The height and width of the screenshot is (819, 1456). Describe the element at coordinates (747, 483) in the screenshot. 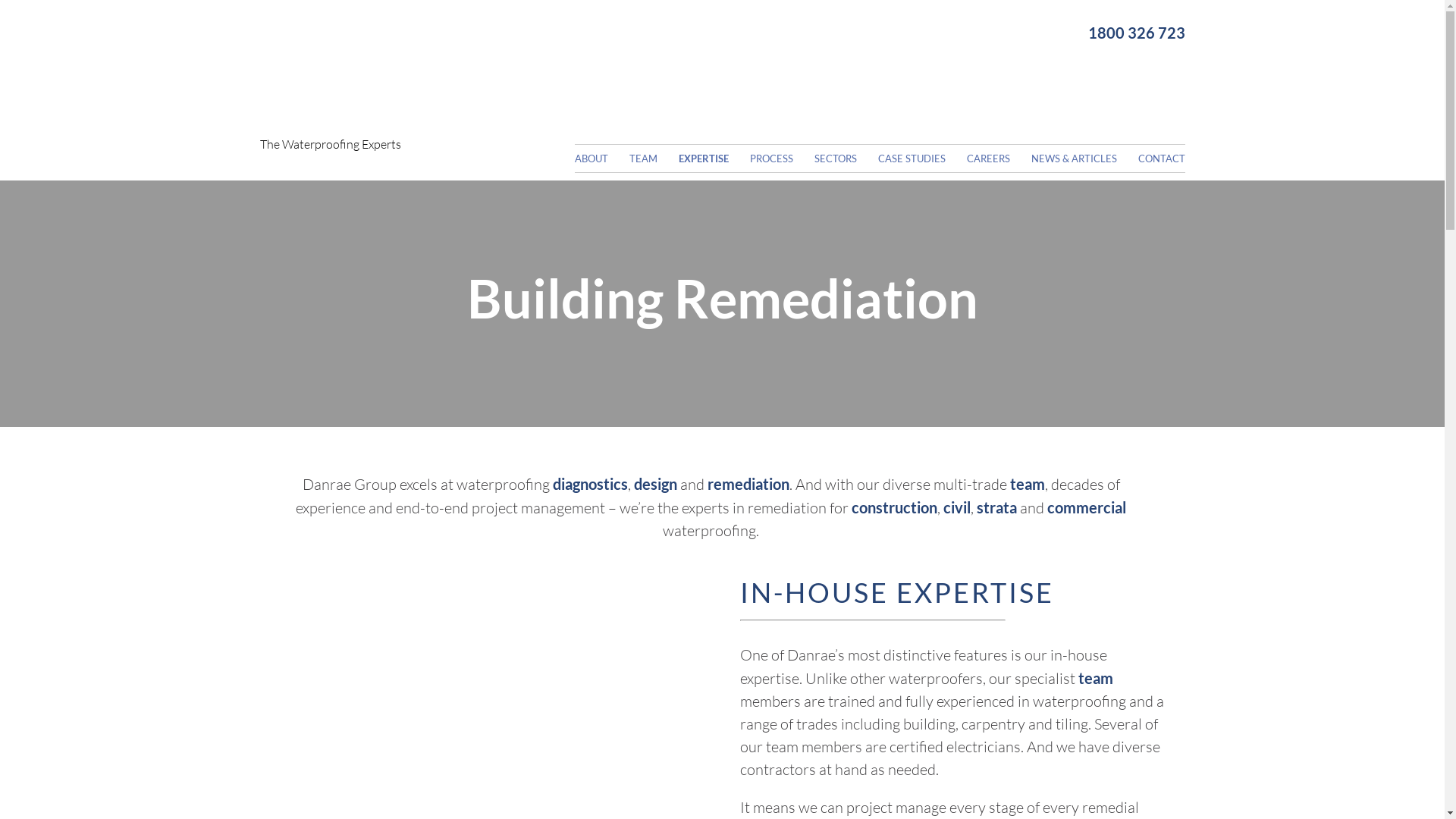

I see `'remediation'` at that location.